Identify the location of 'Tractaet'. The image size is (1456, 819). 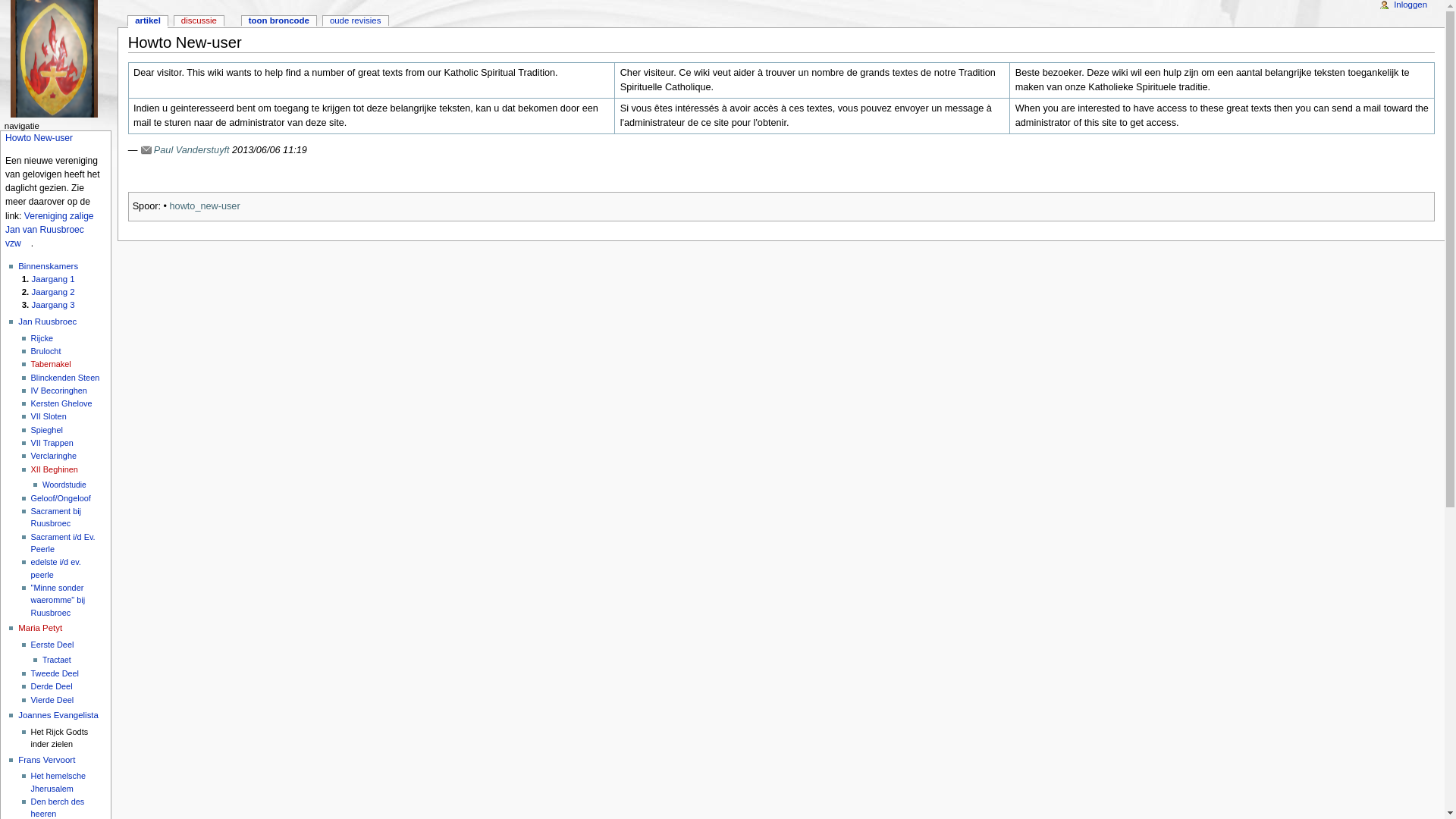
(57, 659).